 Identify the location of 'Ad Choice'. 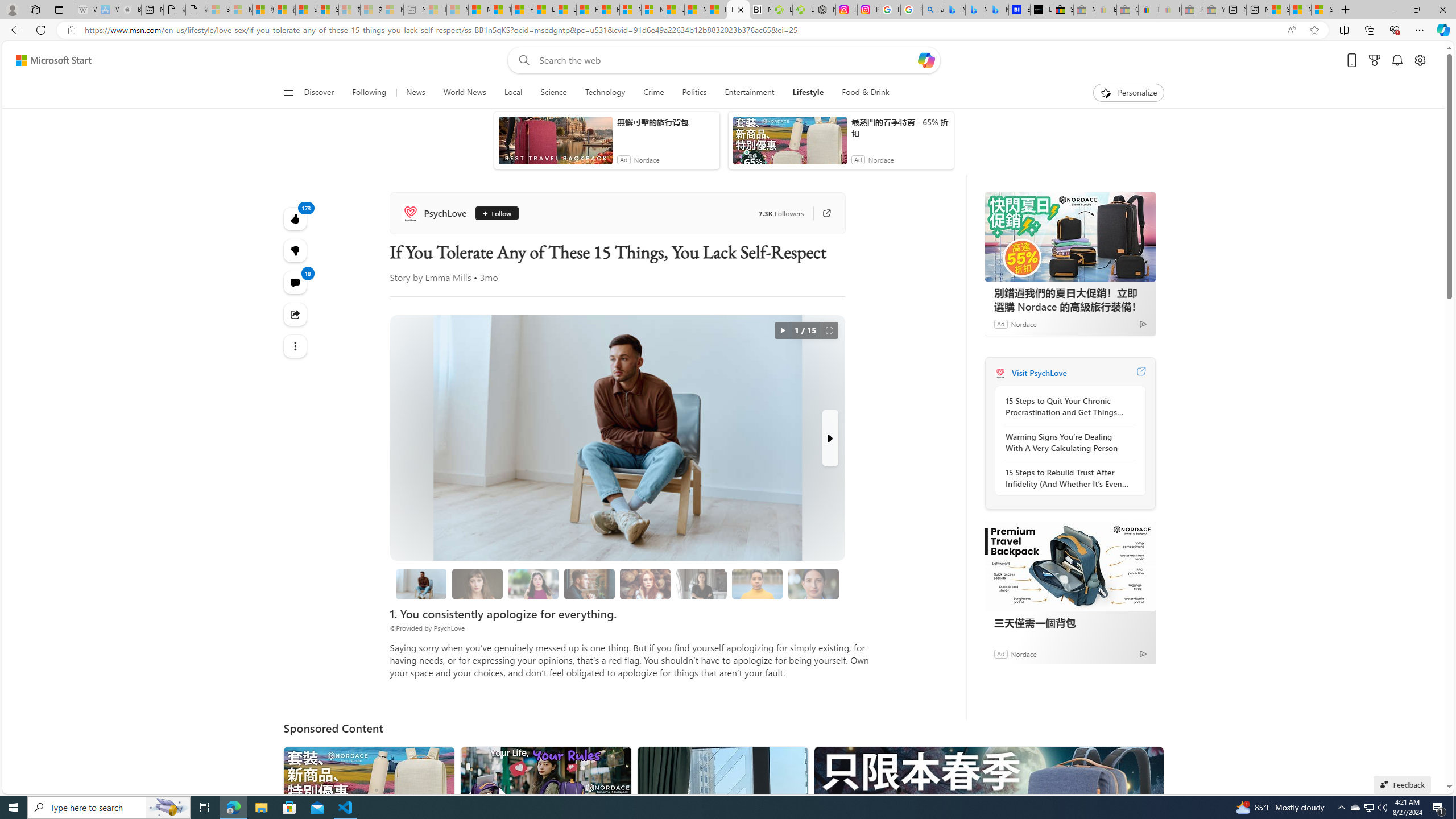
(1143, 653).